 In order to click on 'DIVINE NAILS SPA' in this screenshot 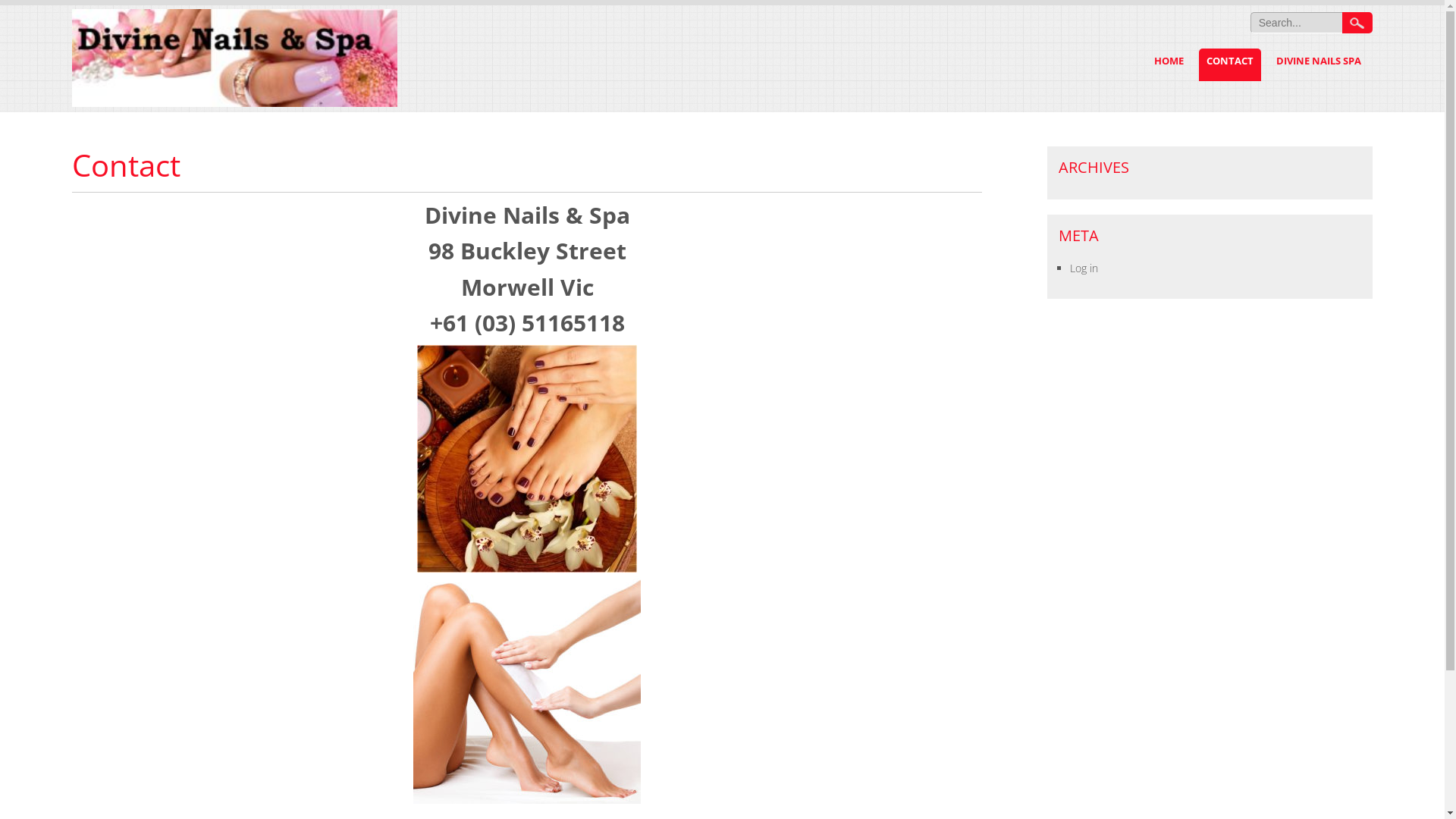, I will do `click(1317, 64)`.